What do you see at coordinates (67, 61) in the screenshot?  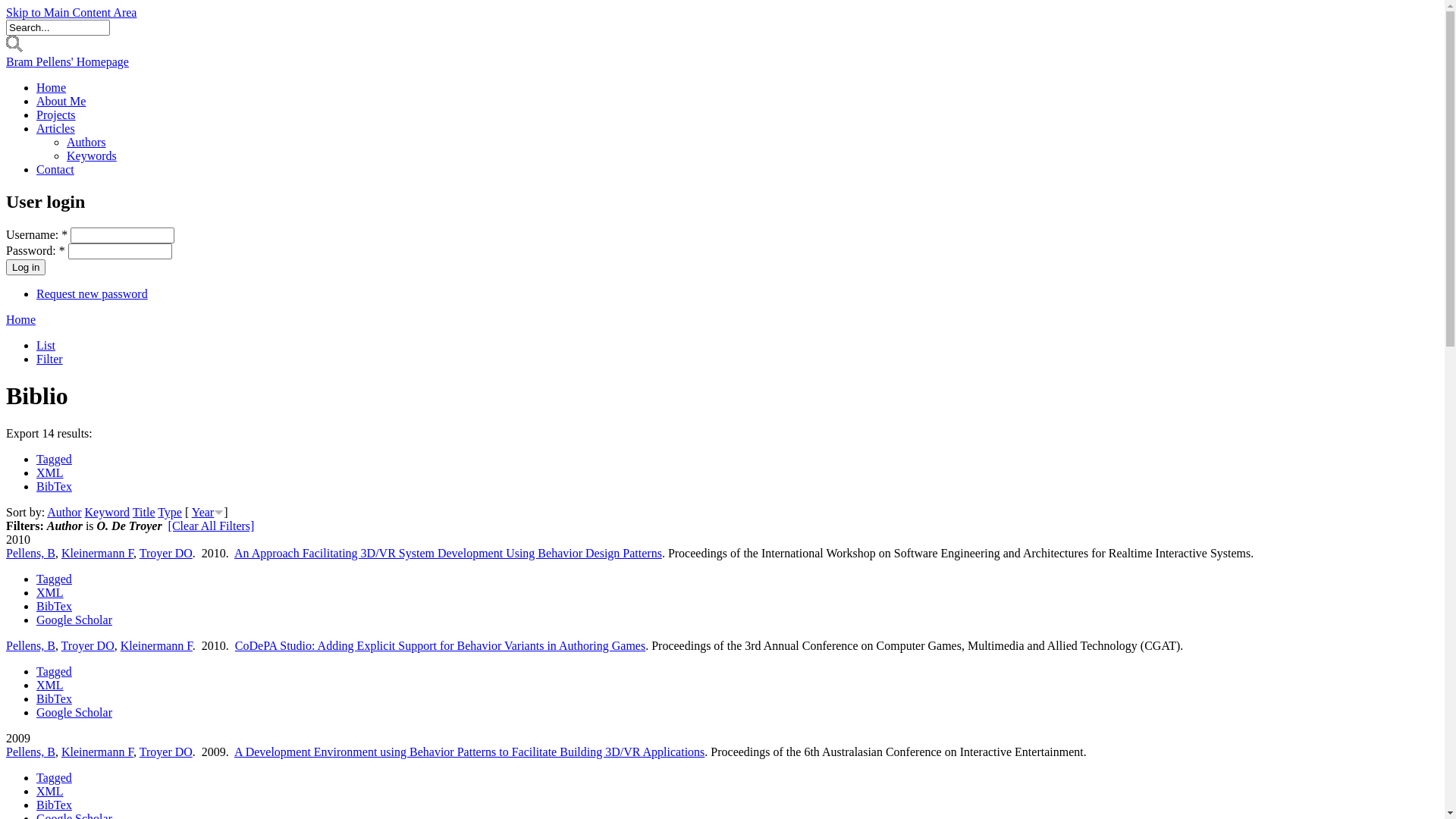 I see `'Bram Pellens' Homepage'` at bounding box center [67, 61].